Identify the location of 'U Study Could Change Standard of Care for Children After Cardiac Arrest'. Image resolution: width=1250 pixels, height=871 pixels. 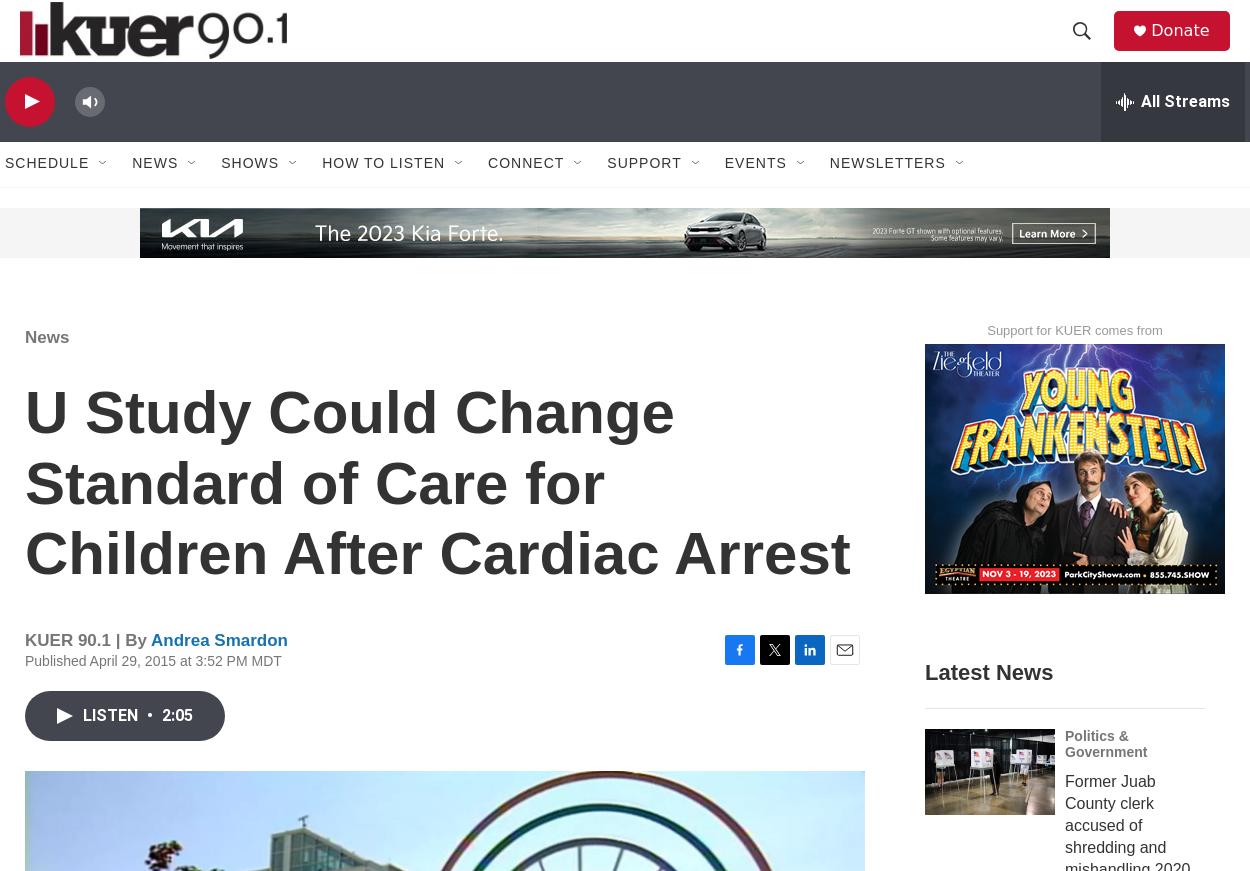
(437, 525).